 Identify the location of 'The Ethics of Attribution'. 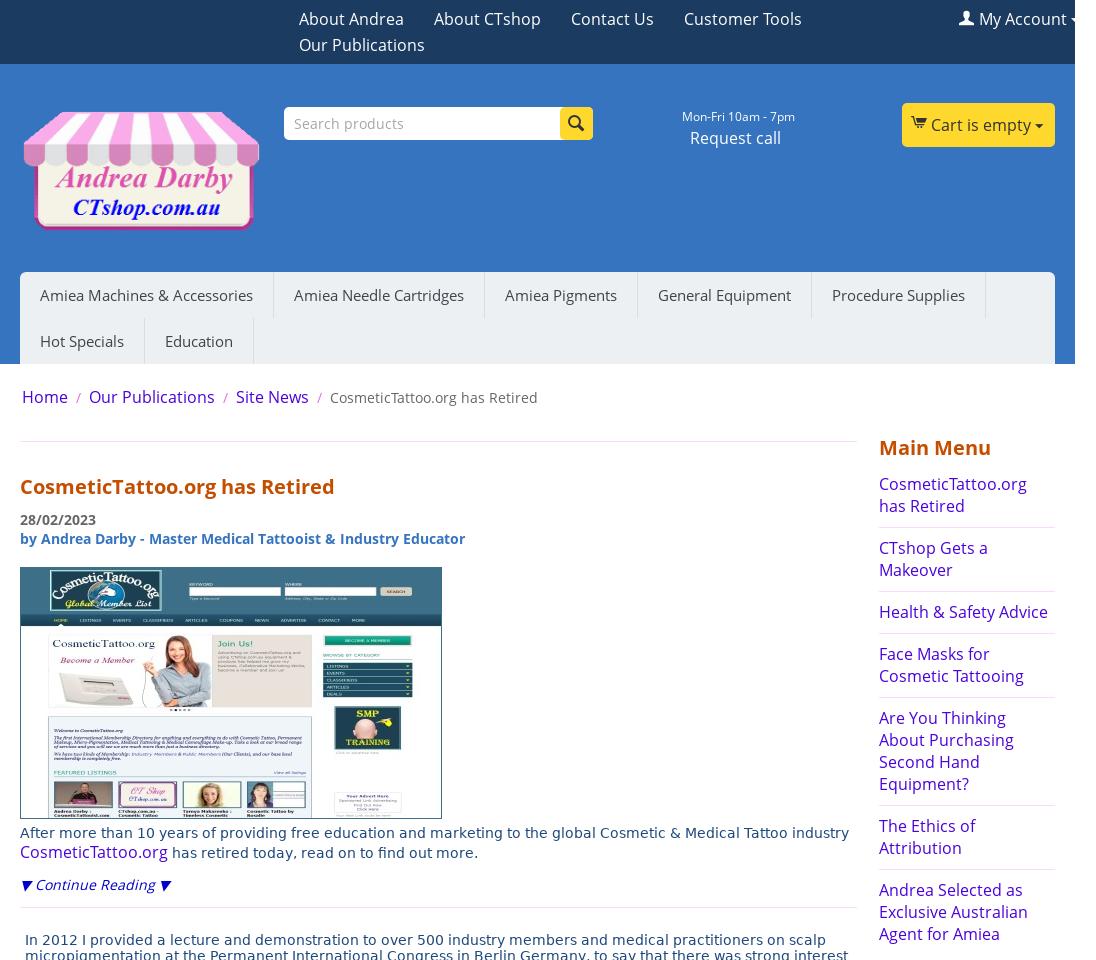
(925, 835).